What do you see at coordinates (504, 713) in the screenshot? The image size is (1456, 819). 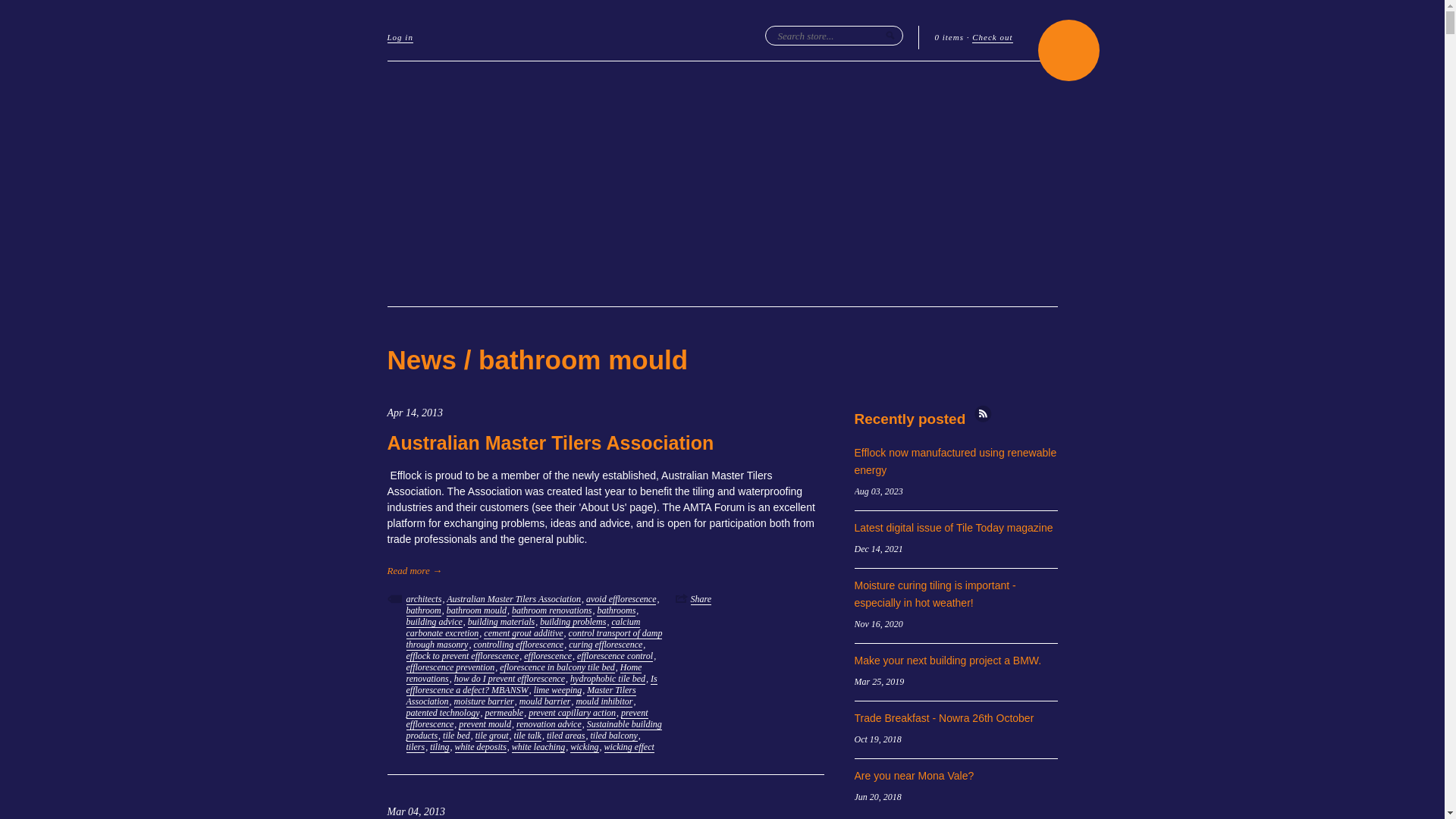 I see `'permeable'` at bounding box center [504, 713].